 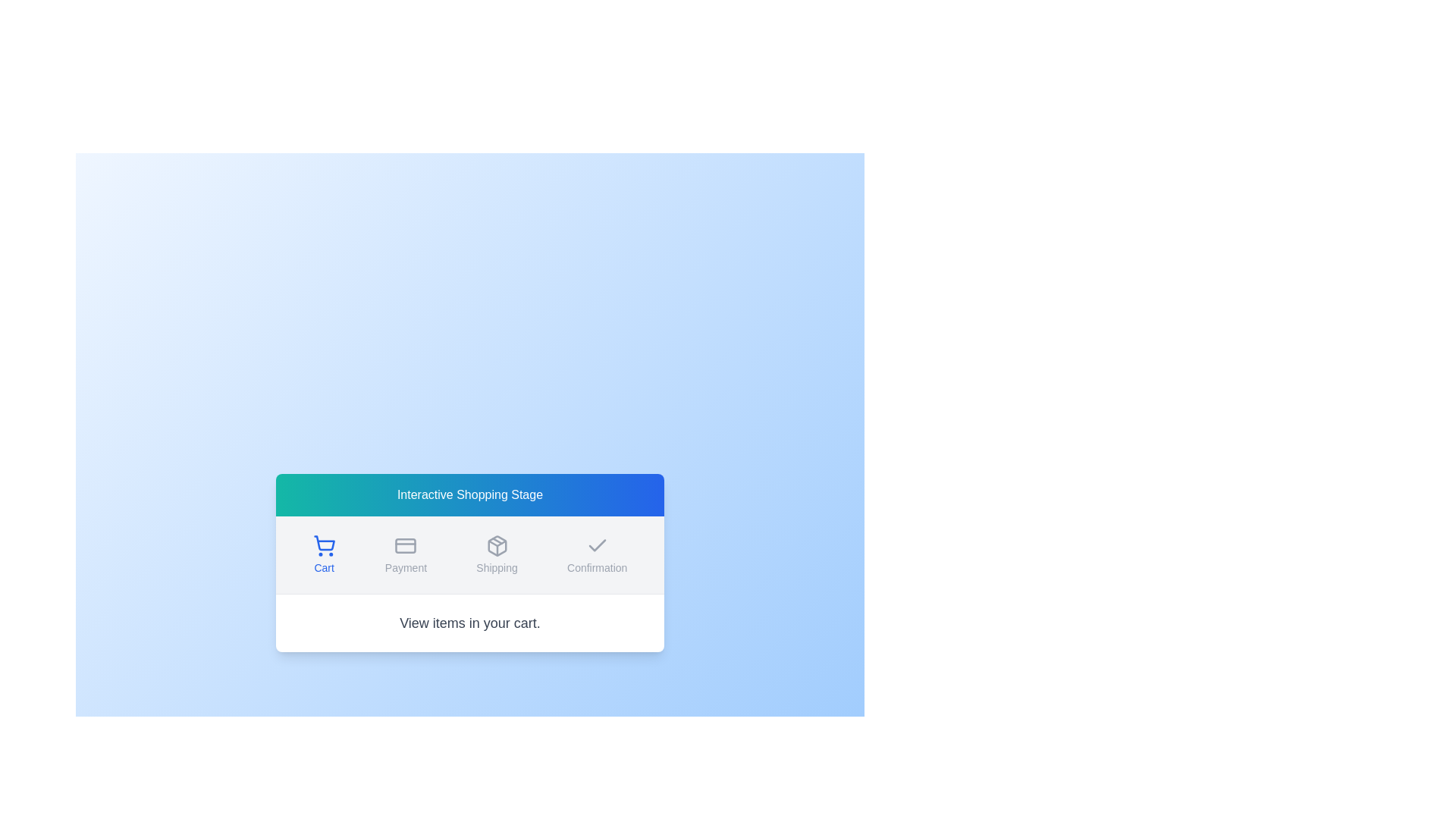 What do you see at coordinates (596, 567) in the screenshot?
I see `the 'Confirmation' text label located at the bottom-center of the navigational interface, directly beneath the checkmark icon` at bounding box center [596, 567].